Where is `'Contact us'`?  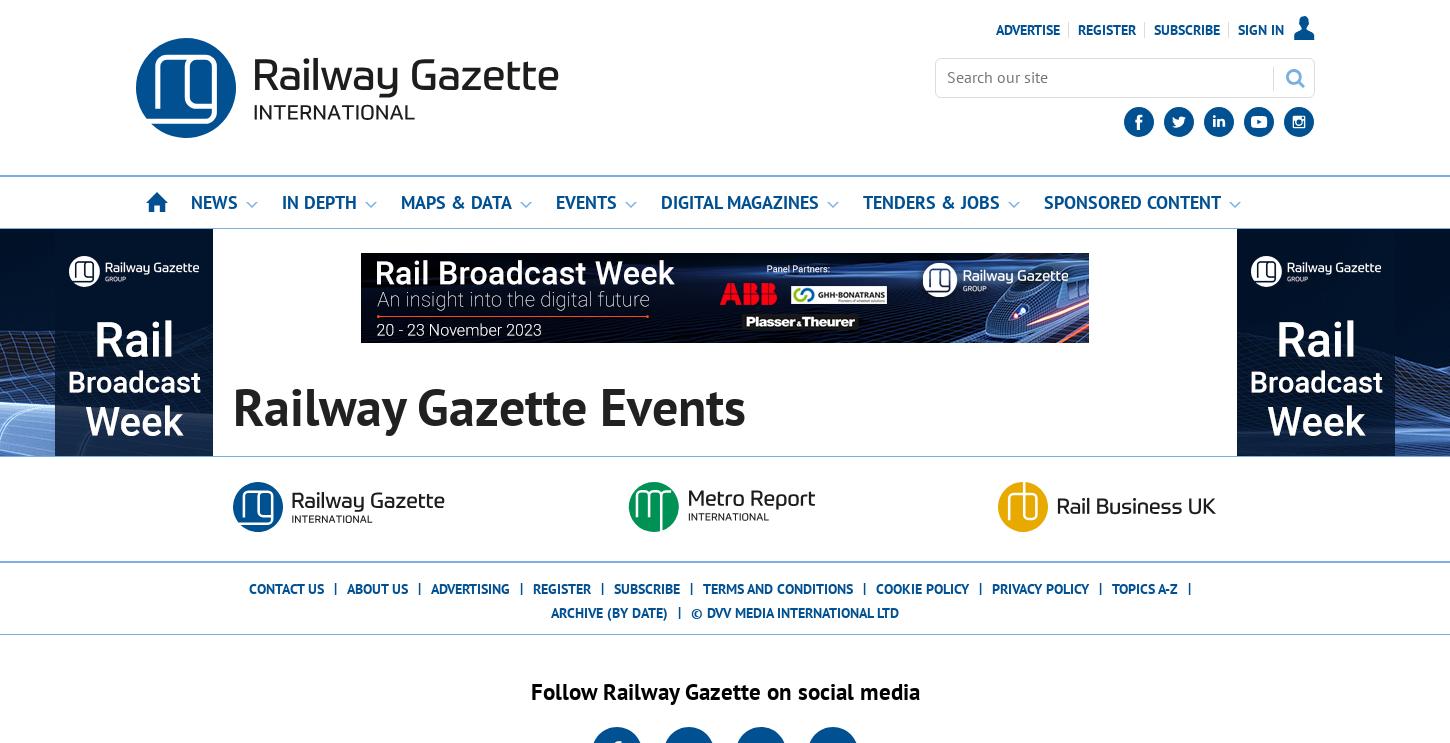
'Contact us' is located at coordinates (286, 588).